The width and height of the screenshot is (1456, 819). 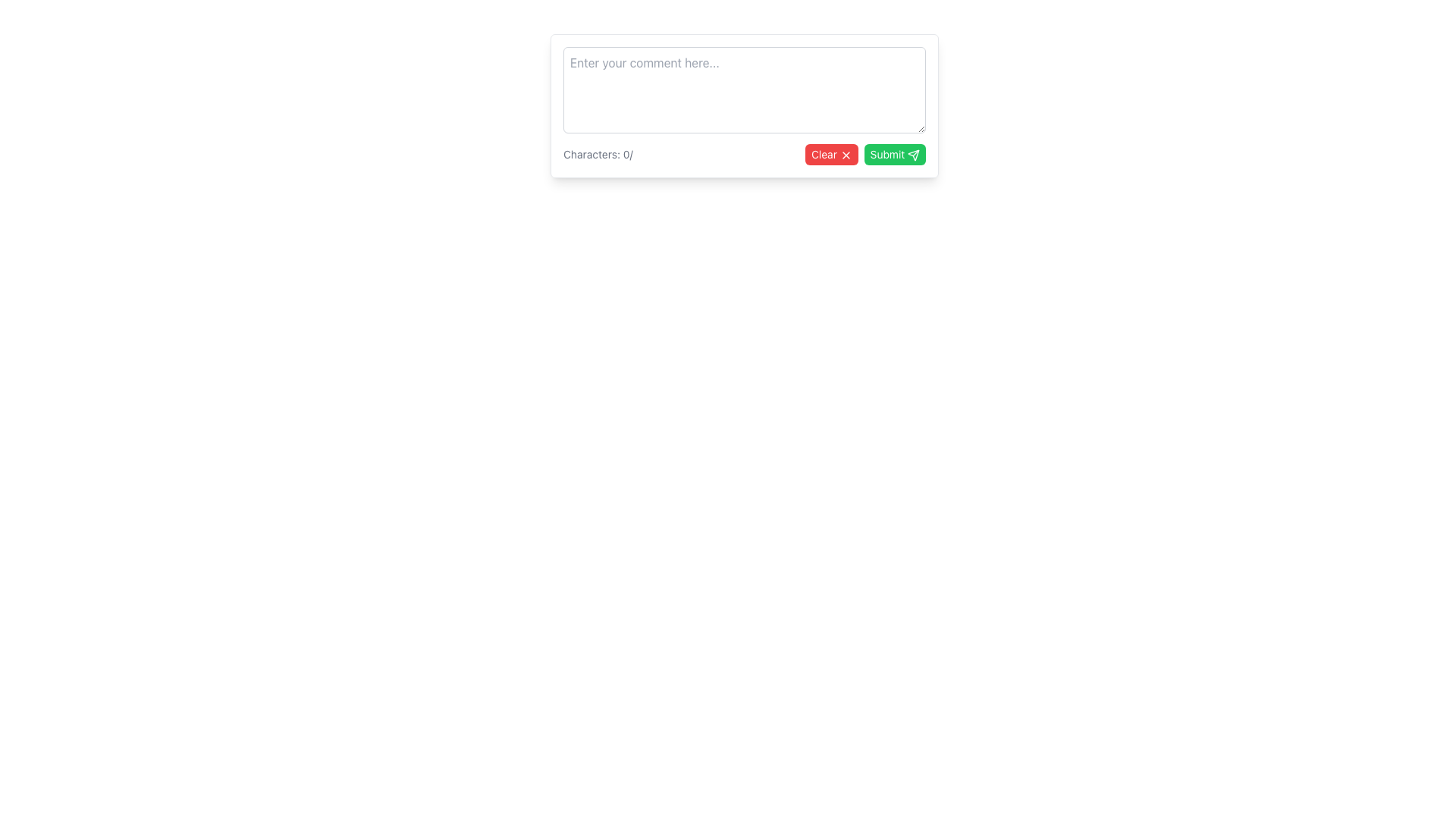 I want to click on the non-interactive text label displaying 'Characters: 0/' located to the far left within the same row as the 'Clear' and 'Submit' buttons, so click(x=597, y=155).